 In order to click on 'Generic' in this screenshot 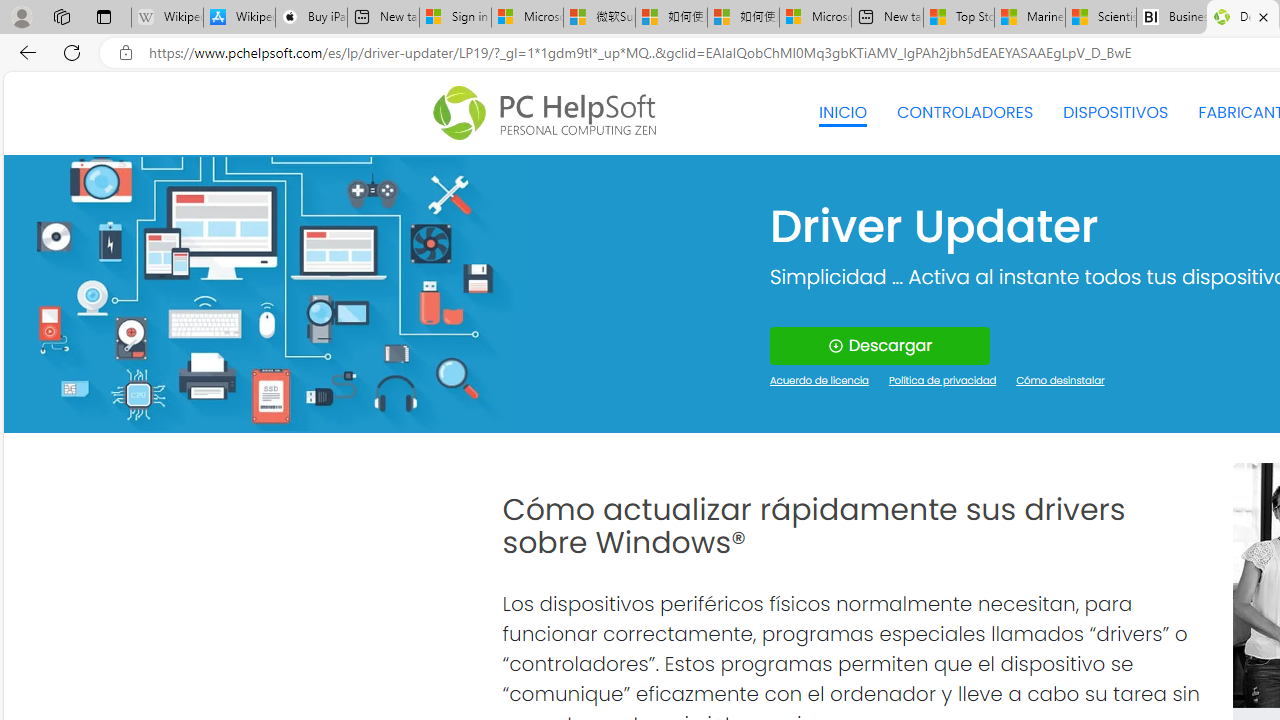, I will do `click(262, 293)`.